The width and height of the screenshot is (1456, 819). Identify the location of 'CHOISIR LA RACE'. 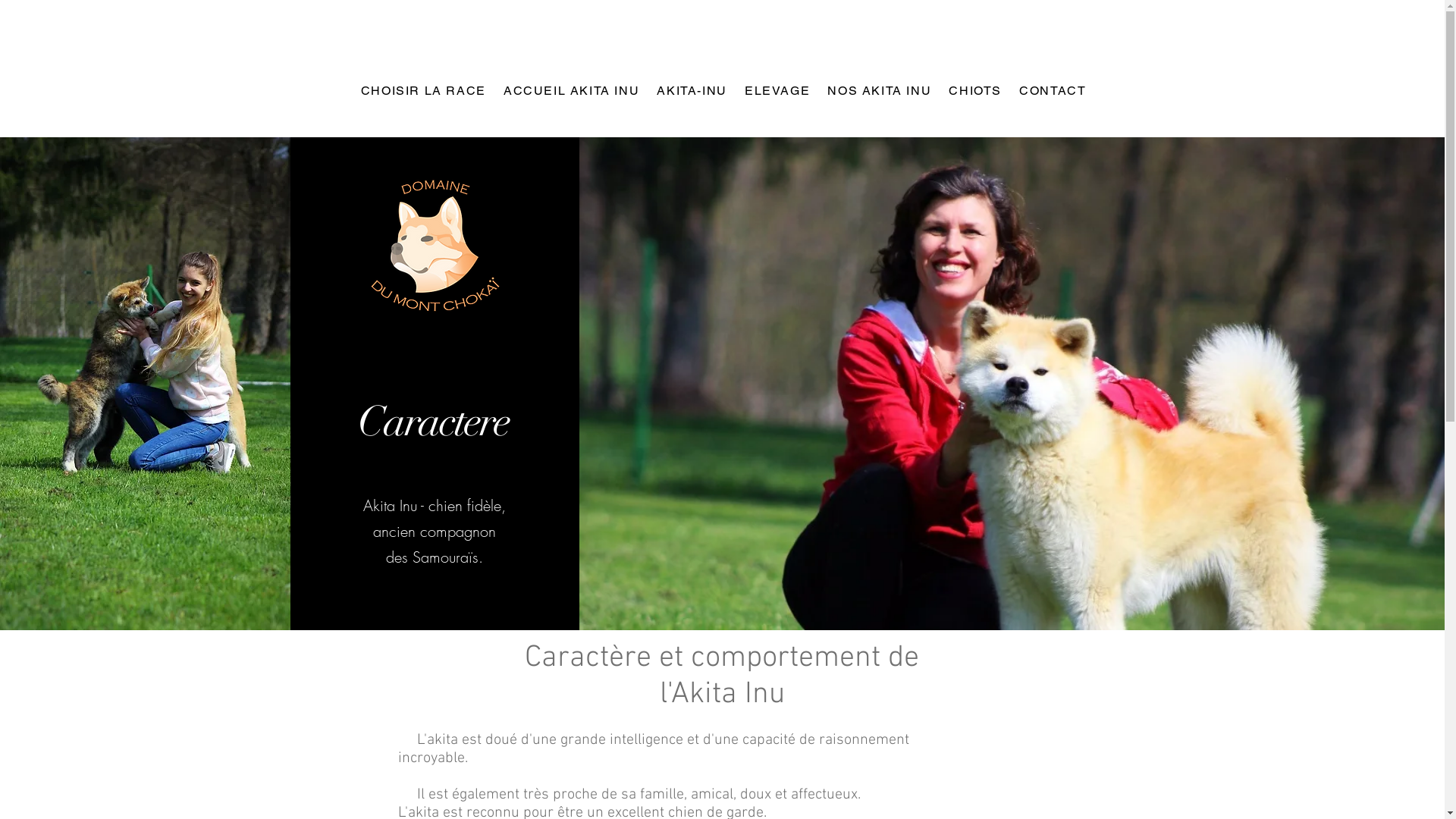
(422, 91).